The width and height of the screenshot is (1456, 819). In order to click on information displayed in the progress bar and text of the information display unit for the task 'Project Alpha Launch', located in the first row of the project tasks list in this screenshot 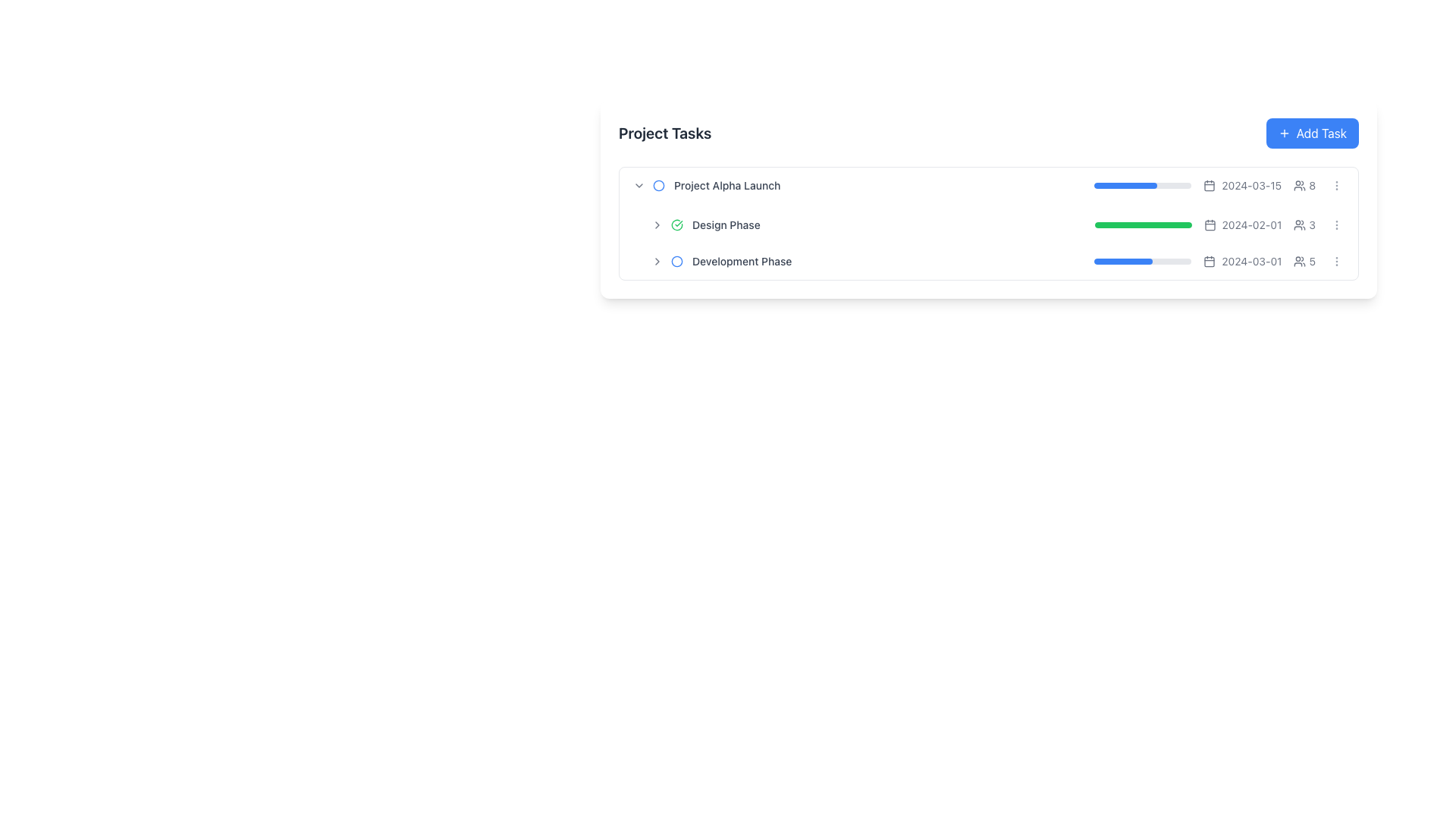, I will do `click(1220, 185)`.